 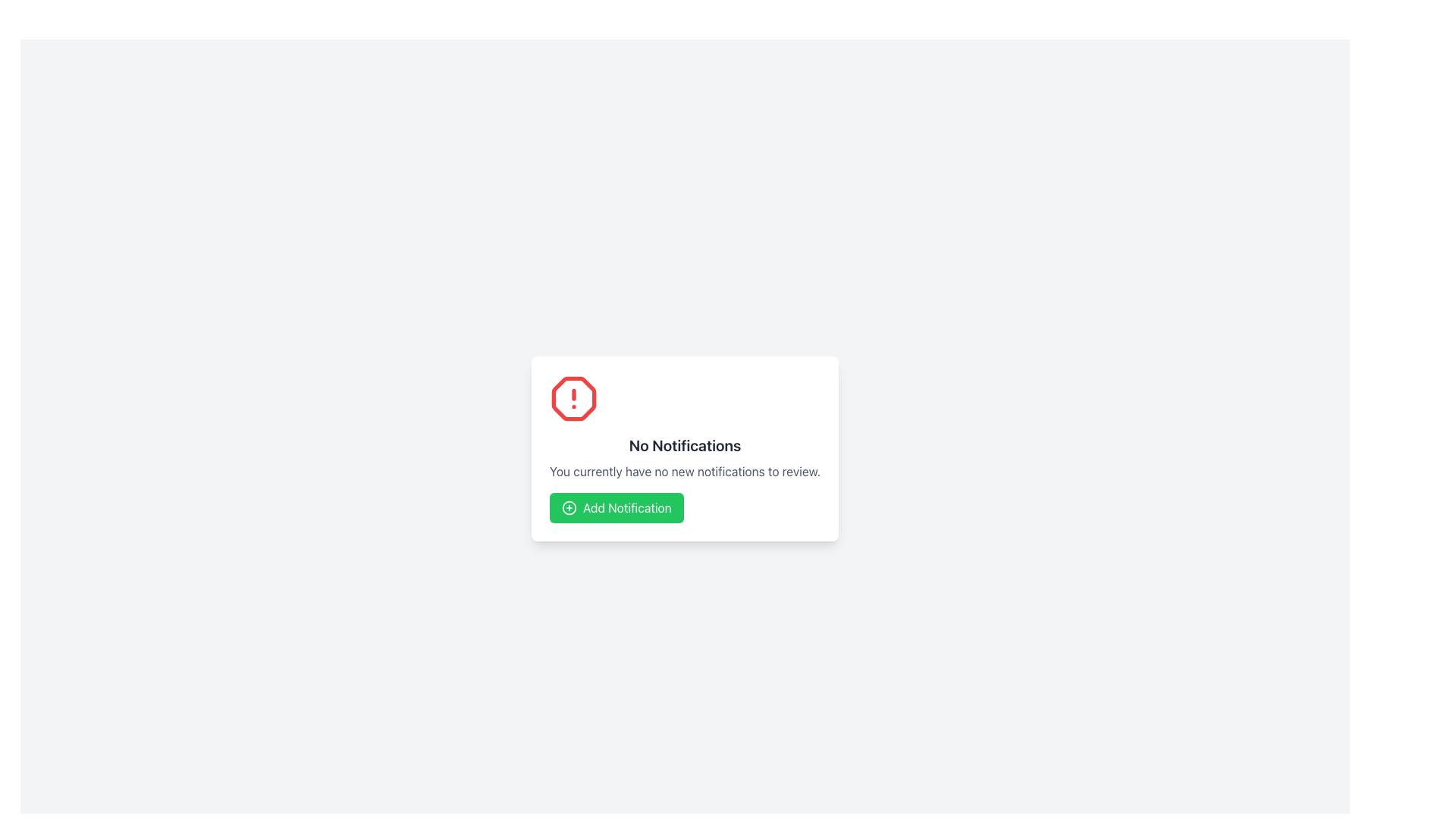 What do you see at coordinates (573, 397) in the screenshot?
I see `the visual alert icon located at the top of the notification card, which indicates the presence or absence of important notifications` at bounding box center [573, 397].